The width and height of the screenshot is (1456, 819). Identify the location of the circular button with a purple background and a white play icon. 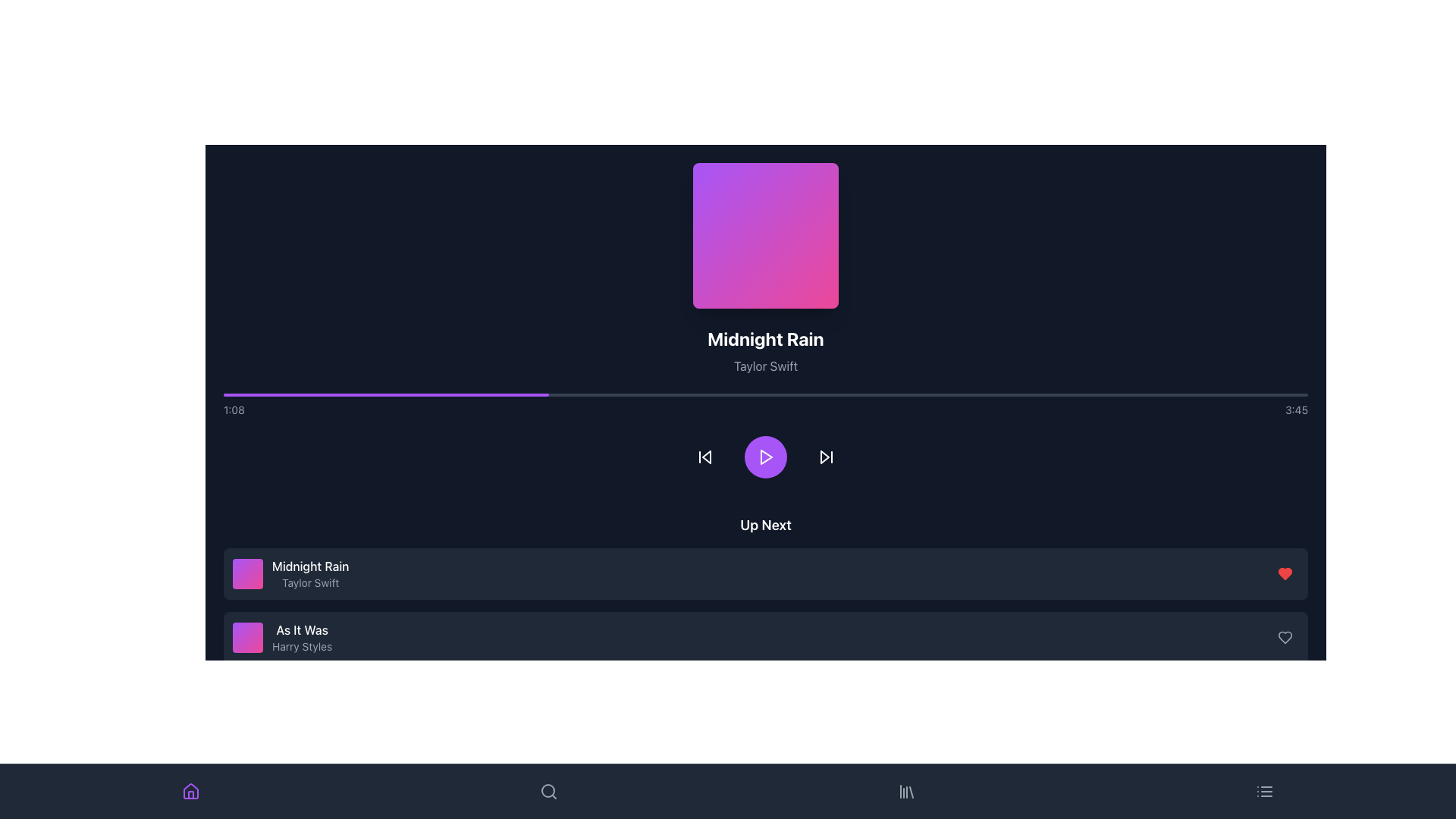
(765, 456).